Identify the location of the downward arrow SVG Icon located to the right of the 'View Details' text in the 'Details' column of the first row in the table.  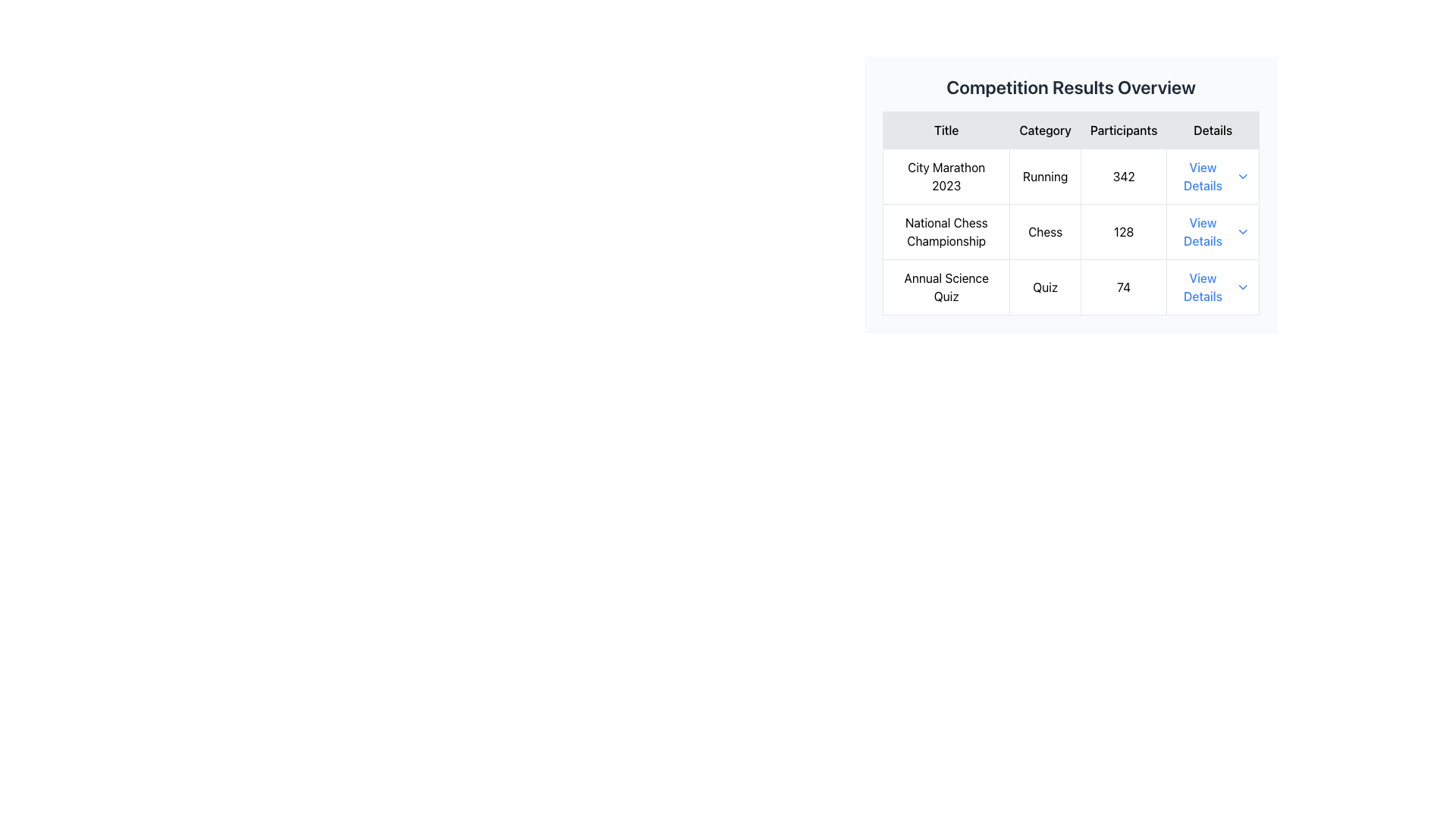
(1242, 175).